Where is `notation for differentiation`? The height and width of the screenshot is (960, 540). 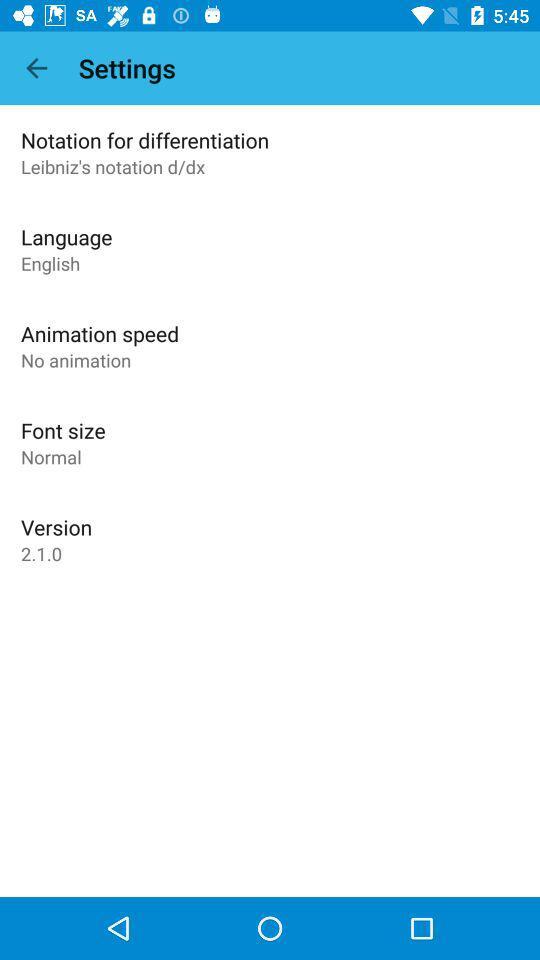 notation for differentiation is located at coordinates (144, 139).